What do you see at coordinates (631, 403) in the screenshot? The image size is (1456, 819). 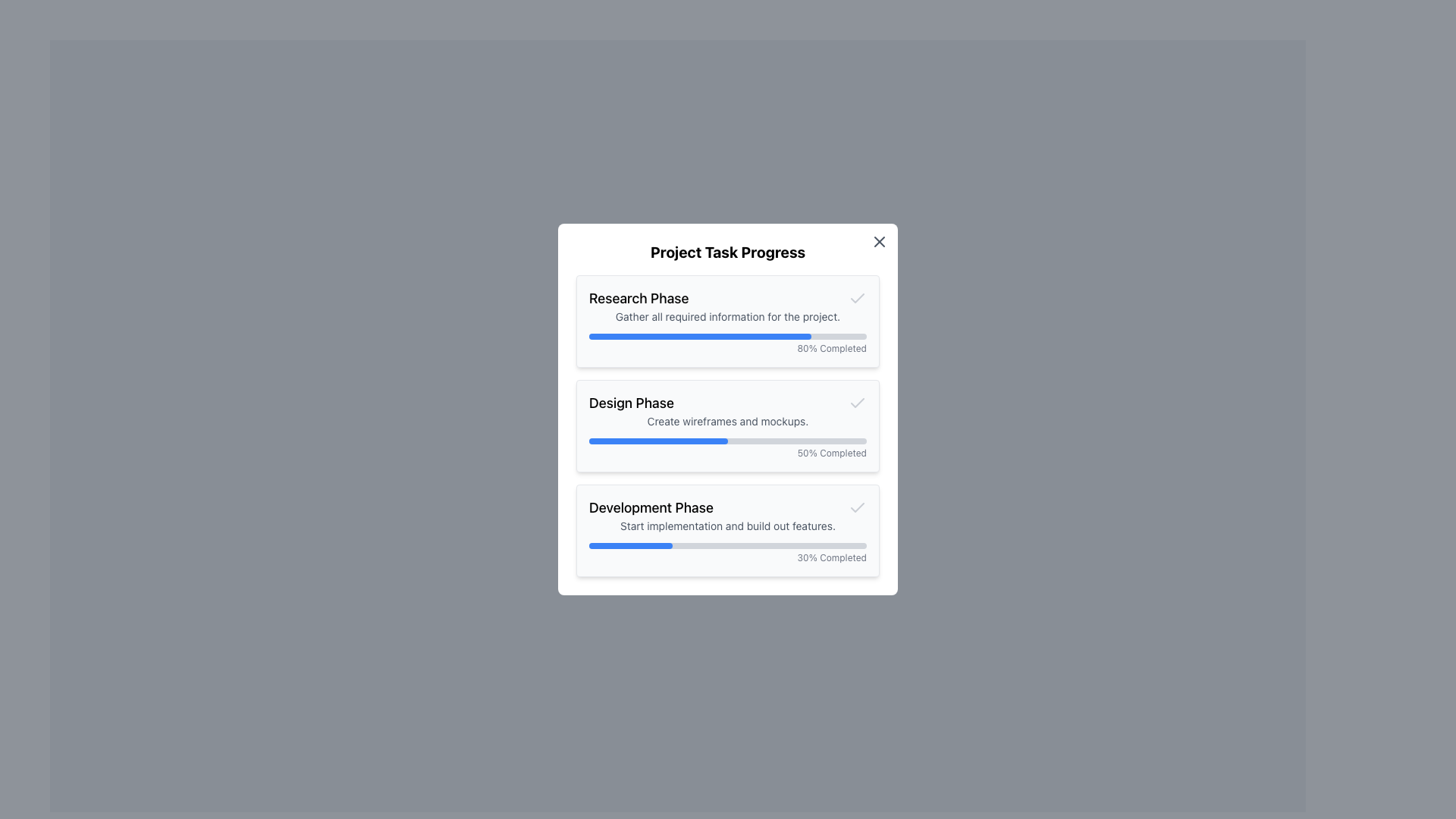 I see `the 'Design Phase' text label, which is displayed in a bold, medium-sized font within the second section of three grouped cards in a modal window` at bounding box center [631, 403].